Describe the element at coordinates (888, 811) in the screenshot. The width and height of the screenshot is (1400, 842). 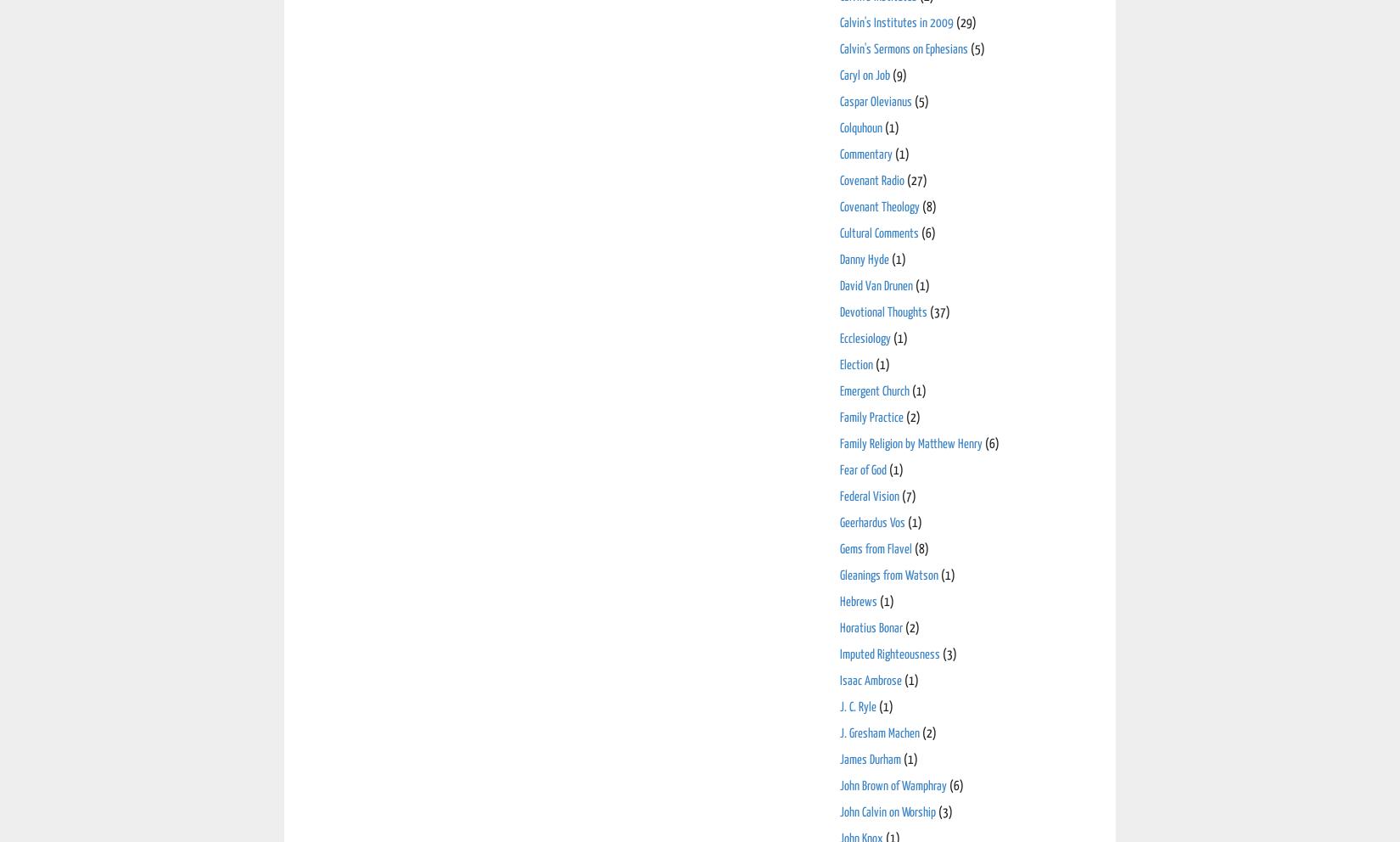
I see `'John Calvin on Worship'` at that location.